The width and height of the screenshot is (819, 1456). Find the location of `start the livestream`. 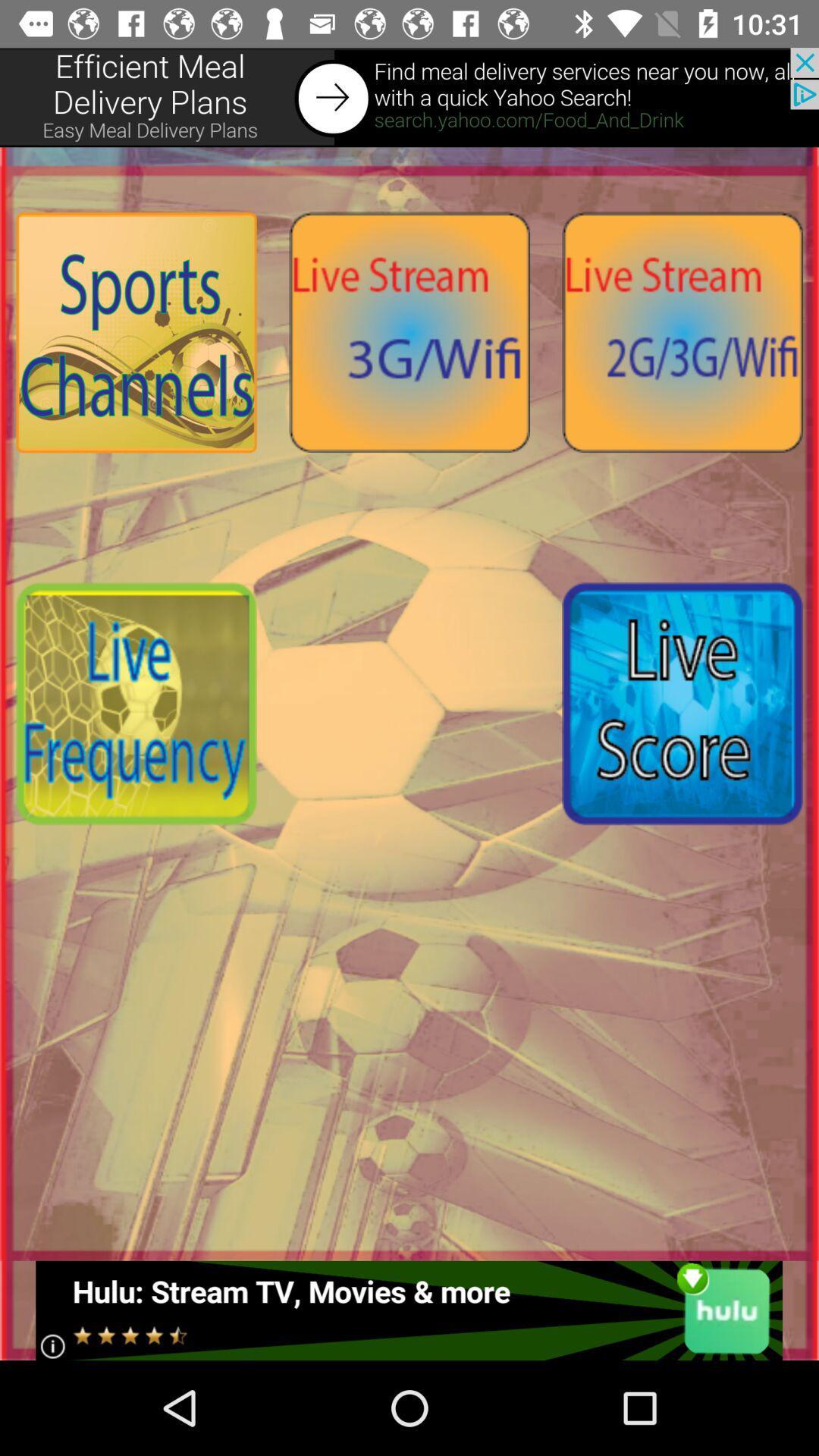

start the livestream is located at coordinates (681, 331).